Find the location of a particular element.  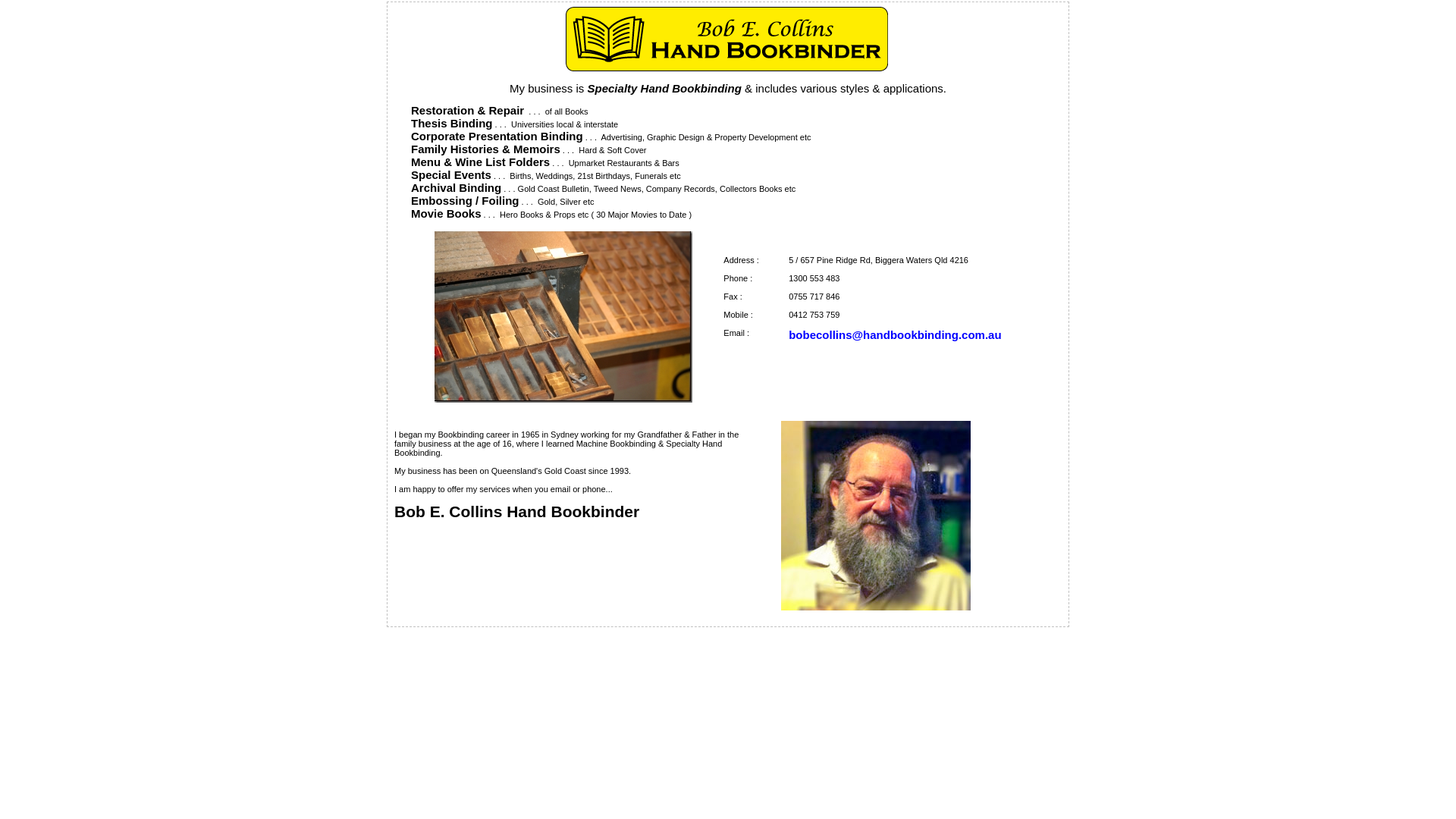

'bobecollins@handbookbinding.com.au' is located at coordinates (895, 334).